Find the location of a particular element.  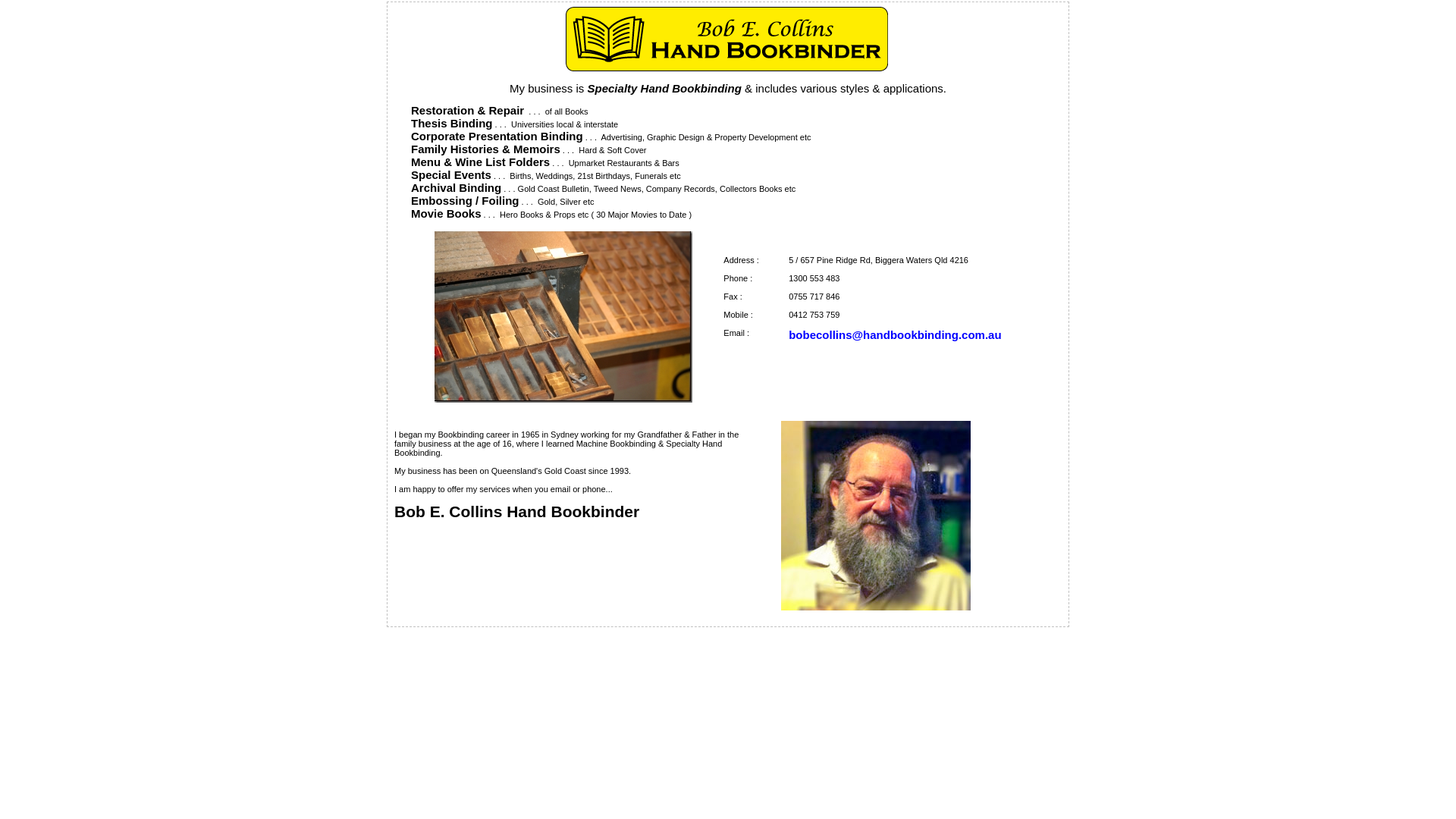

'bobecollins@handbookbinding.com.au' is located at coordinates (895, 334).